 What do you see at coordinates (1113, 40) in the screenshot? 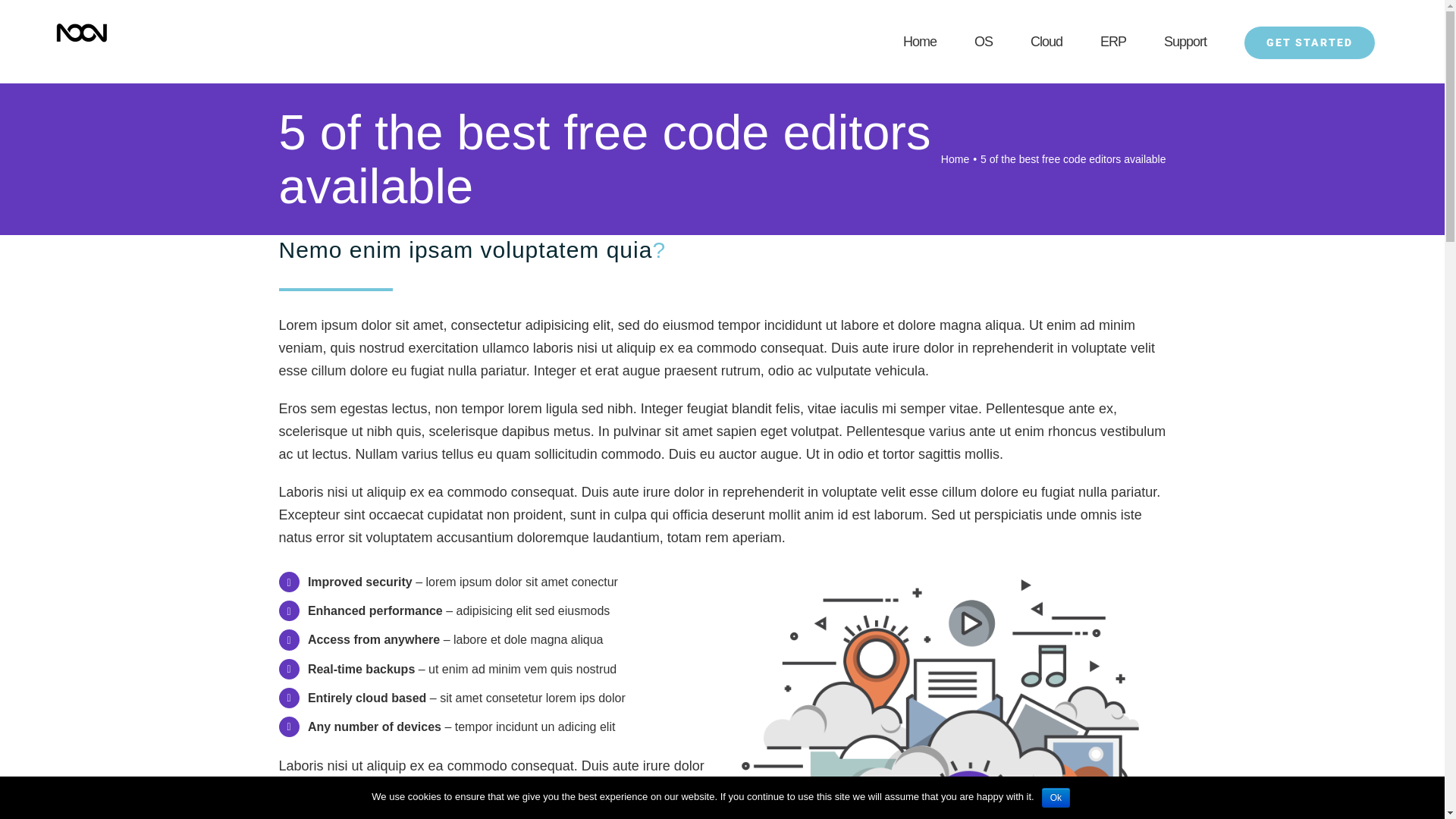
I see `'ERP'` at bounding box center [1113, 40].